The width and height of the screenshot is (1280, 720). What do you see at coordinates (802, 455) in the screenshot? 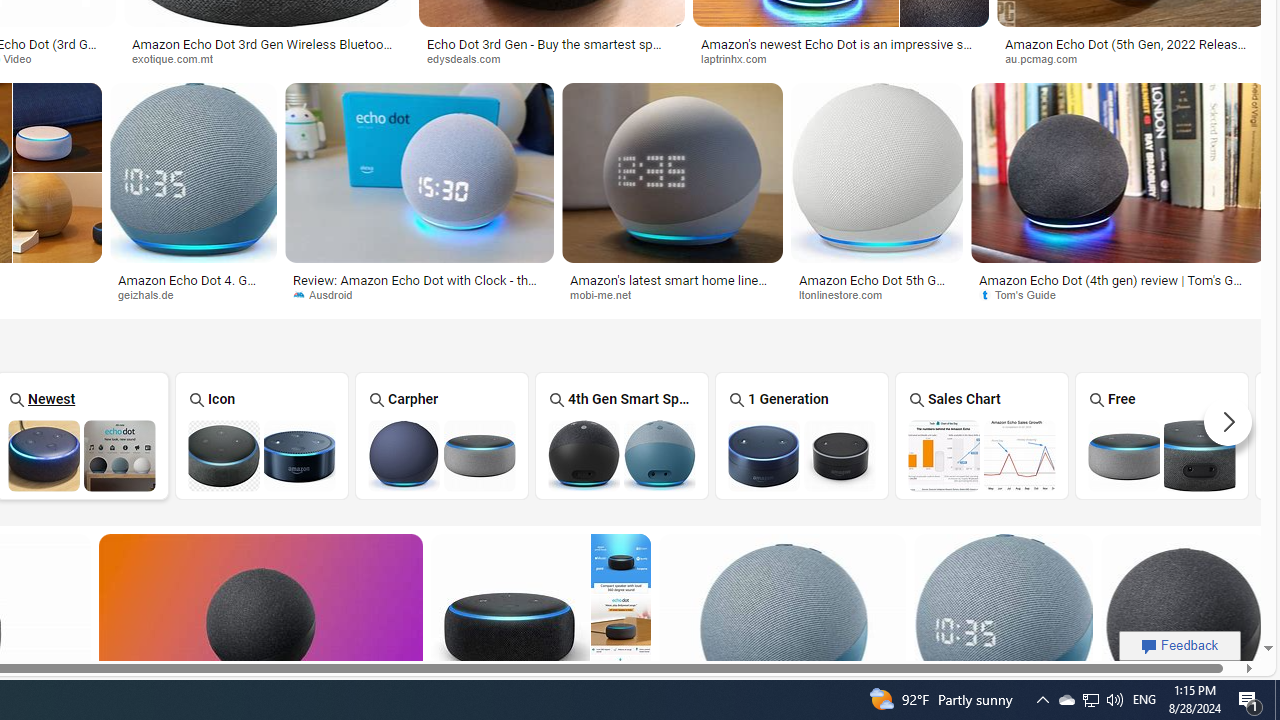
I see `'Amazon Echo Dot 1 Generation'` at bounding box center [802, 455].